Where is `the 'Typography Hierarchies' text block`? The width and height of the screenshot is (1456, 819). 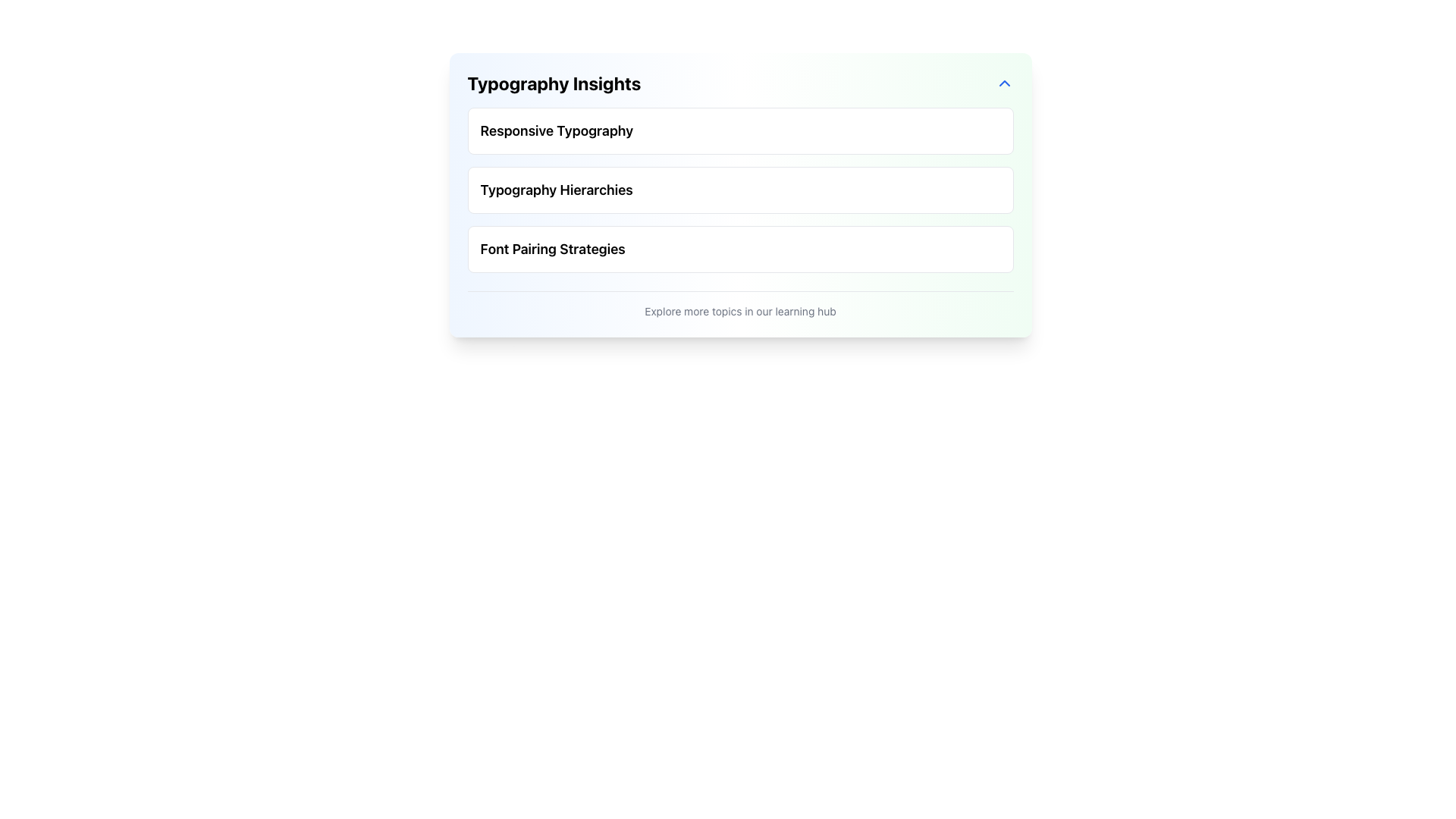
the 'Typography Hierarchies' text block is located at coordinates (740, 194).